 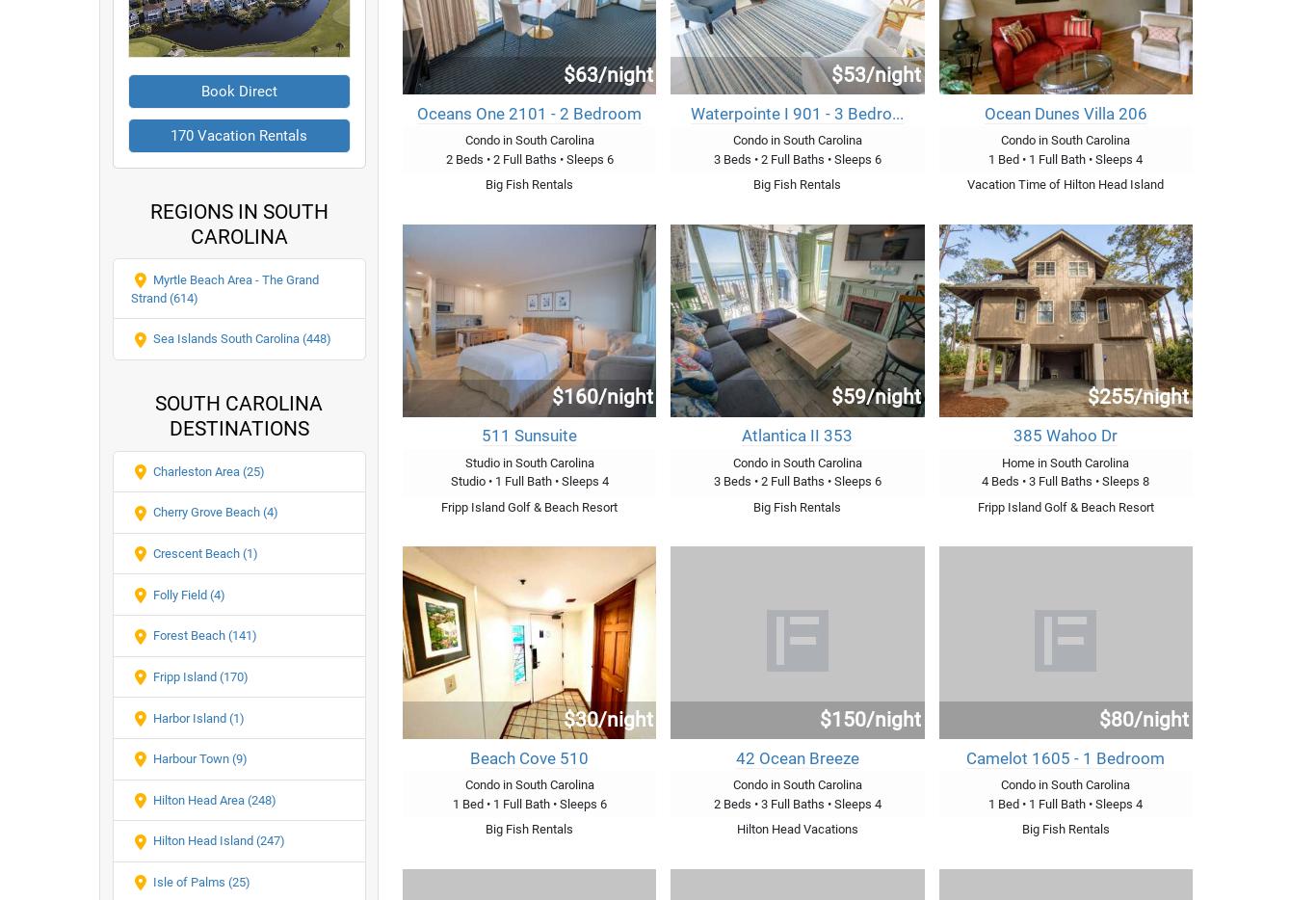 I want to click on 'How can I find a vacation rental manager in South Carolina?', so click(x=152, y=12).